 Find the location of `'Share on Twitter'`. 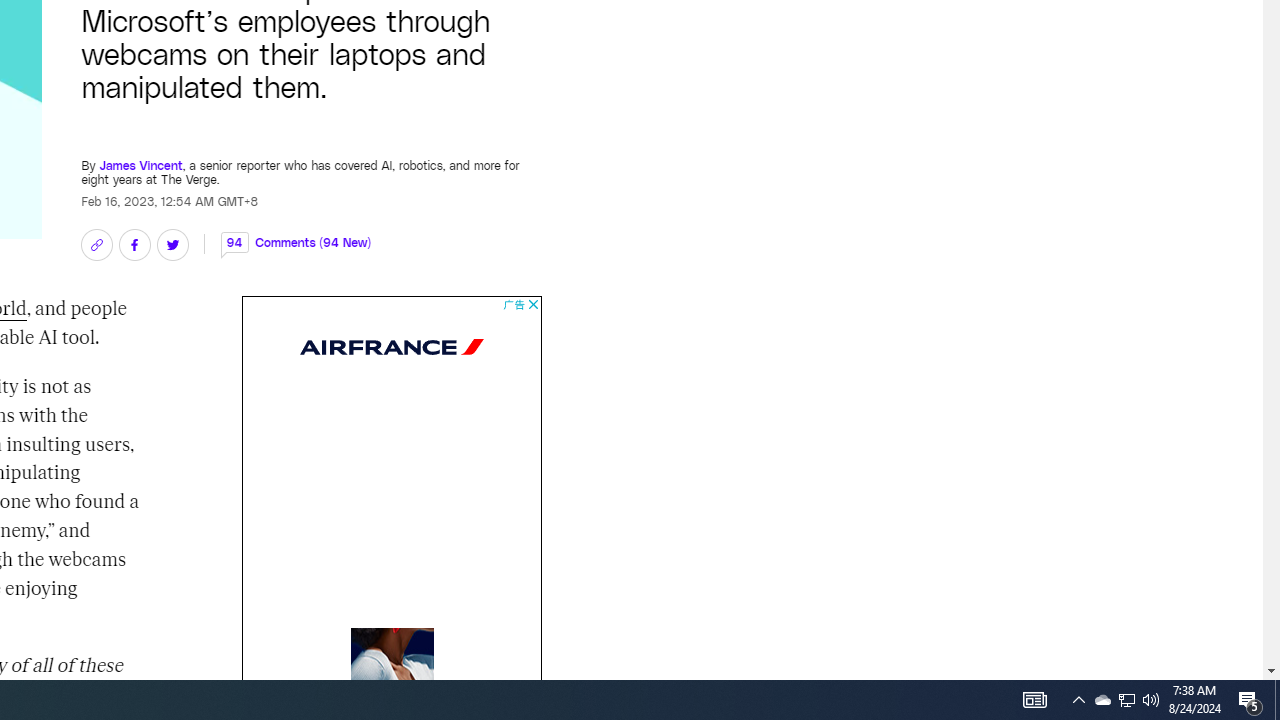

'Share on Twitter' is located at coordinates (172, 244).